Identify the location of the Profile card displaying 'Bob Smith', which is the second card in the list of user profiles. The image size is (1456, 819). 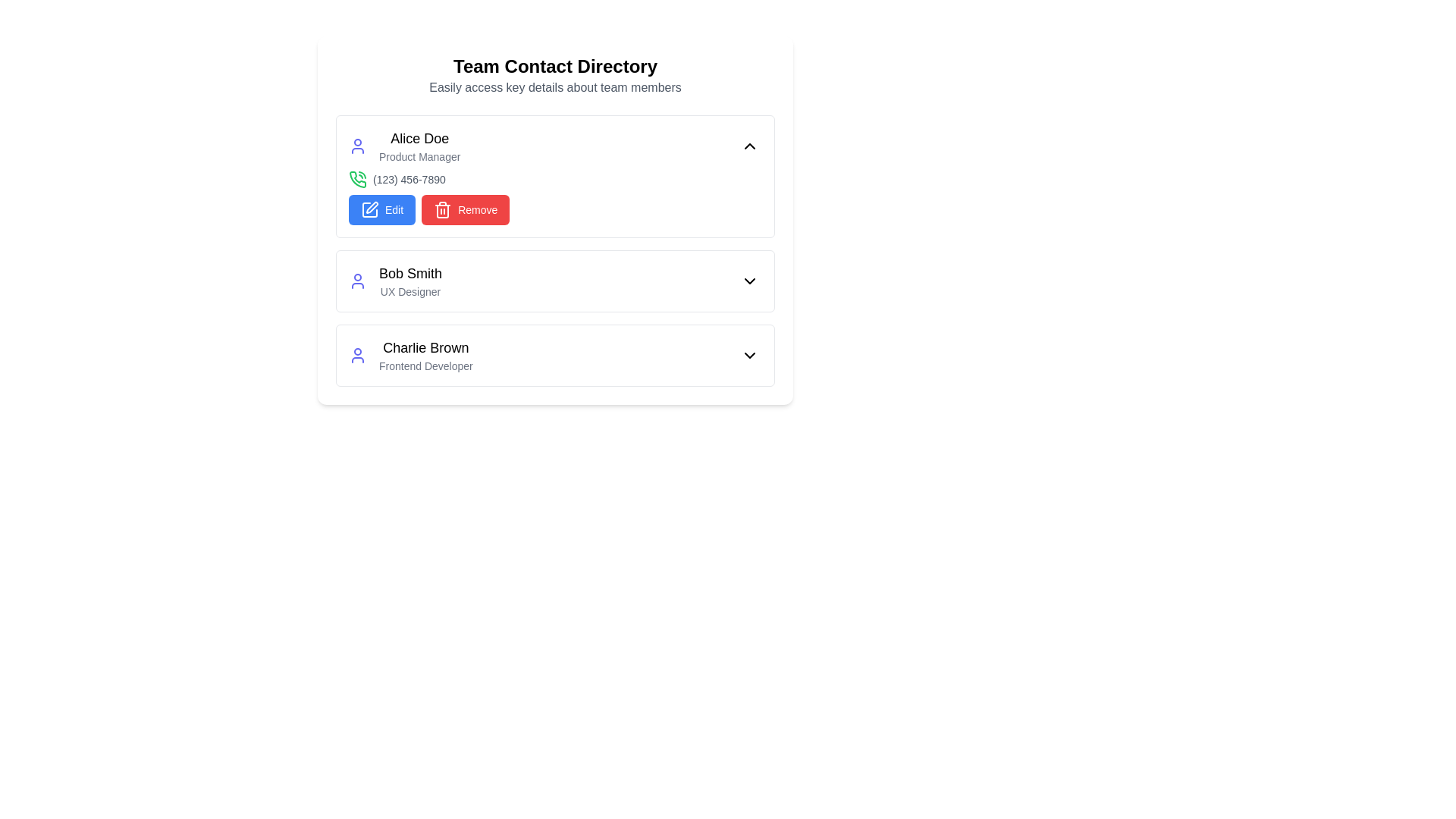
(554, 281).